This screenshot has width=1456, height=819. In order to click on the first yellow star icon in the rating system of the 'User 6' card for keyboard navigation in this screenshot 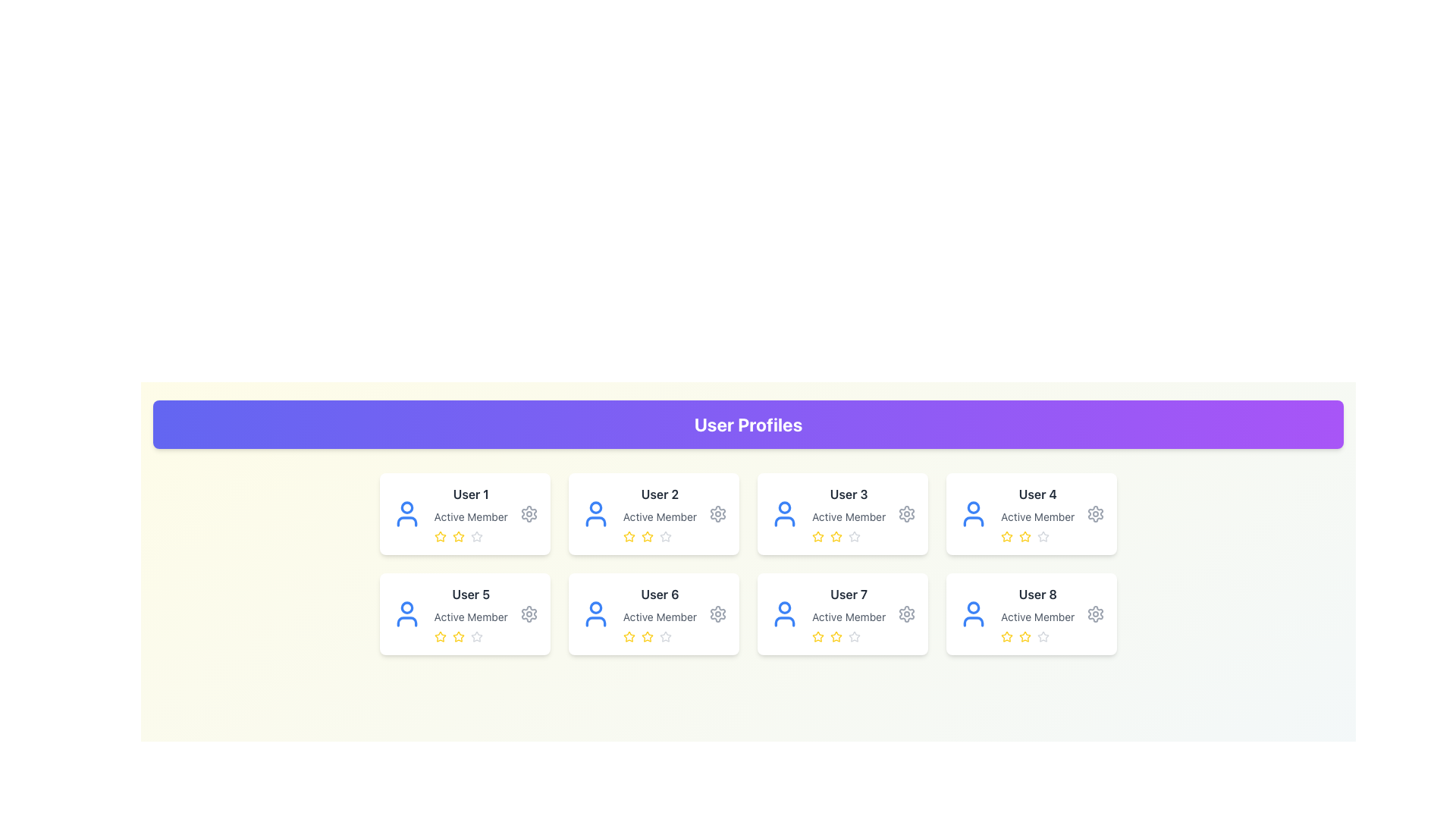, I will do `click(629, 637)`.